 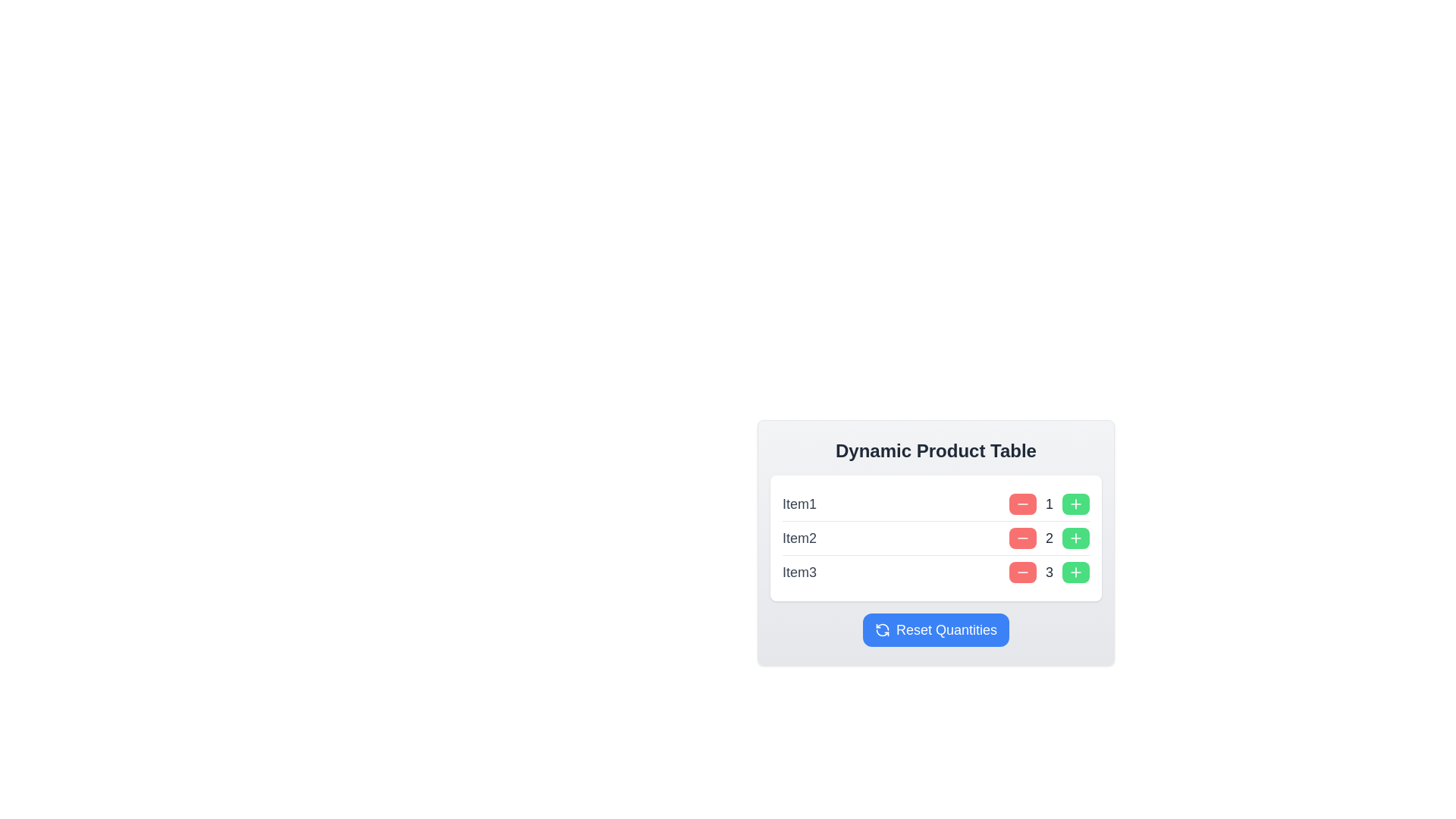 What do you see at coordinates (1048, 573) in the screenshot?
I see `the Text label displaying the count or quantity in the third row of the Dynamic Product Table, positioned between the red decrement button and the green increment button` at bounding box center [1048, 573].